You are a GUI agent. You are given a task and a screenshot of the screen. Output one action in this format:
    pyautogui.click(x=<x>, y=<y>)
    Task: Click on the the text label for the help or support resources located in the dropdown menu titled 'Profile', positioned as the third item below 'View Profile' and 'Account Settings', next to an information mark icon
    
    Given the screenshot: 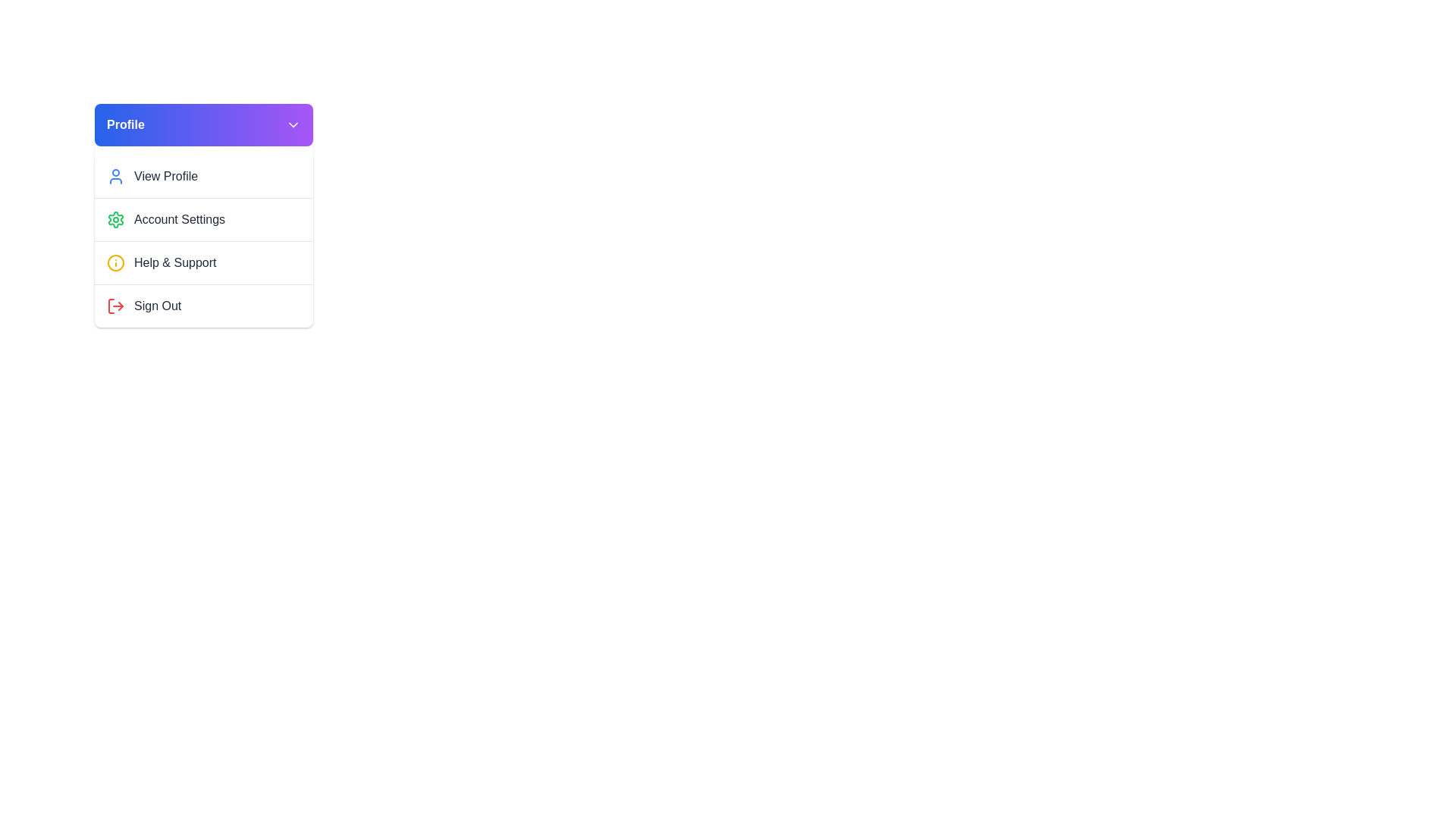 What is the action you would take?
    pyautogui.click(x=175, y=262)
    